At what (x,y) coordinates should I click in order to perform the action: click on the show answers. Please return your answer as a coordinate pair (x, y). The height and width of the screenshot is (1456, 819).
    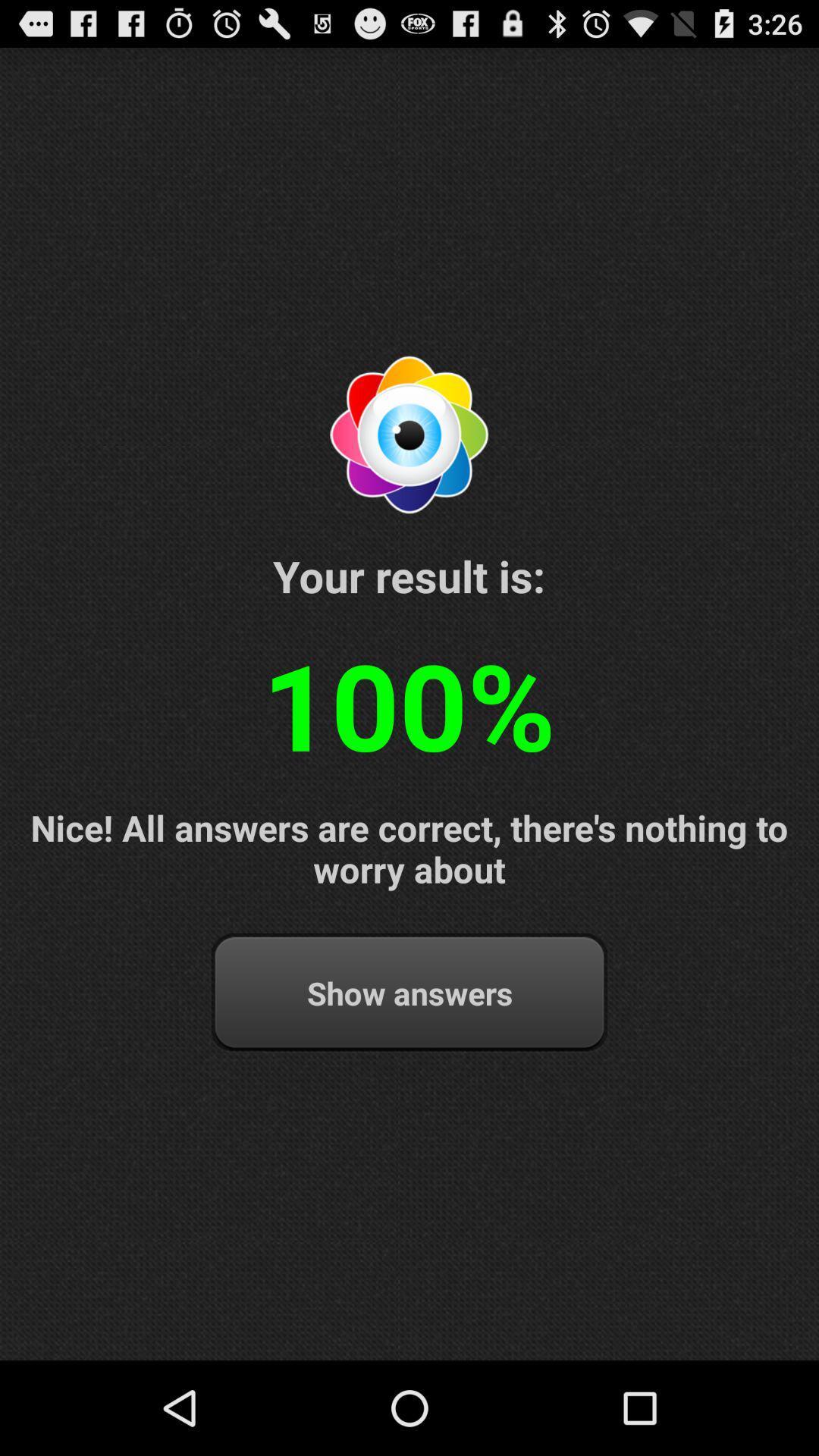
    Looking at the image, I should click on (409, 993).